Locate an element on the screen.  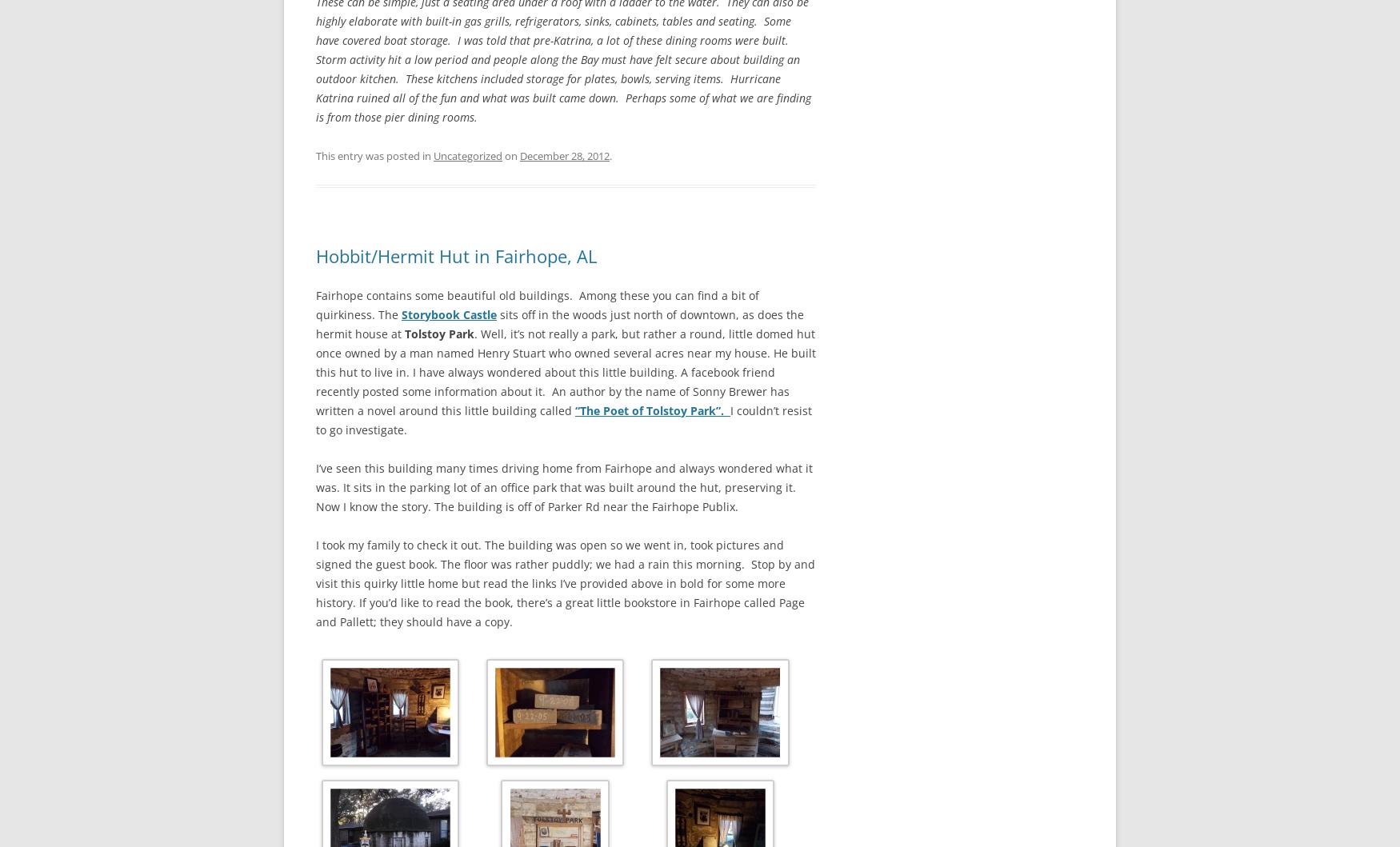
'This entry was posted in' is located at coordinates (374, 154).